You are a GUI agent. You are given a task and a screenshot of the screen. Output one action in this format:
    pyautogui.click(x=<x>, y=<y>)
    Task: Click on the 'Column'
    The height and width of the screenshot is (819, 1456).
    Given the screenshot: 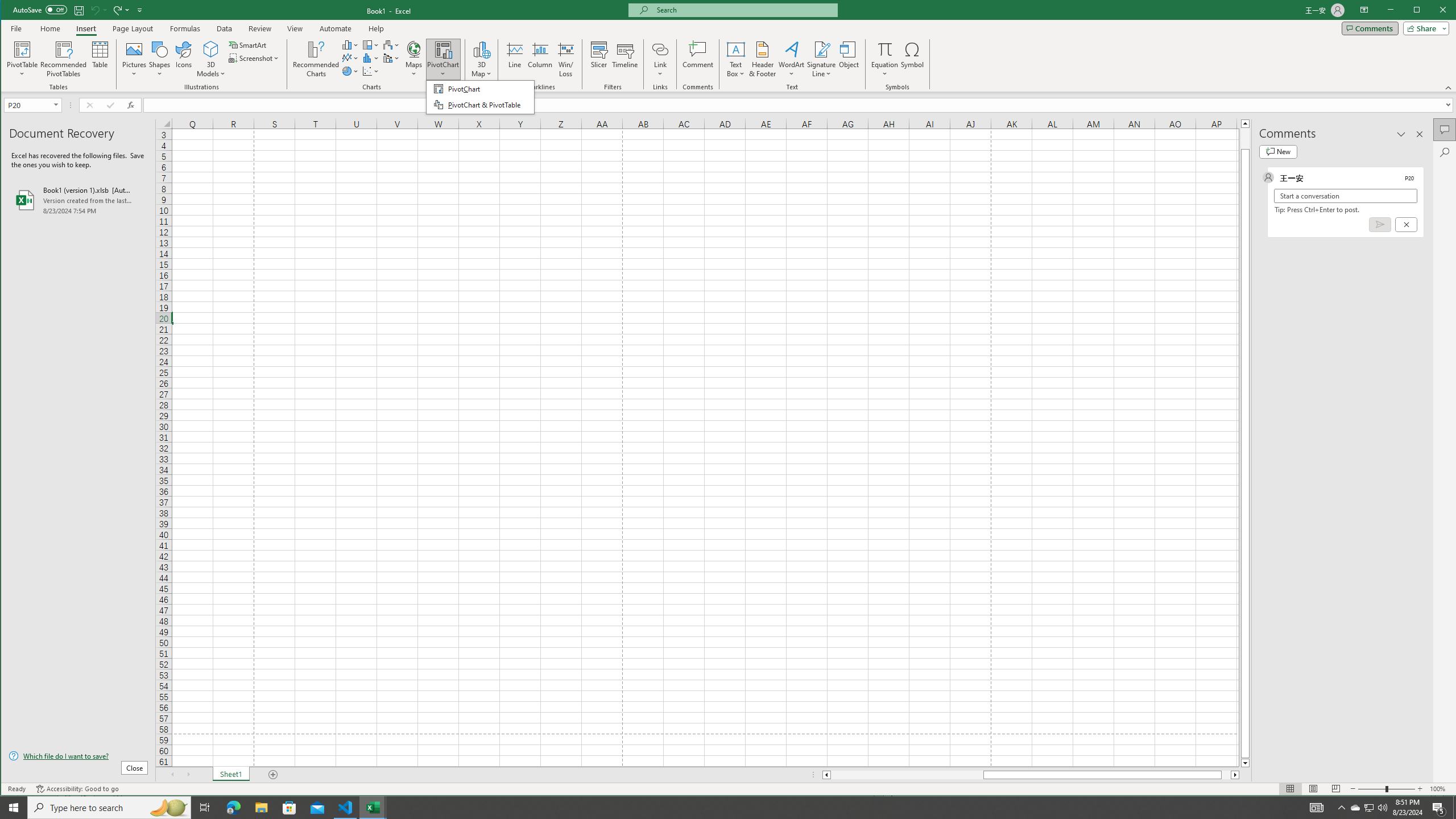 What is the action you would take?
    pyautogui.click(x=540, y=59)
    